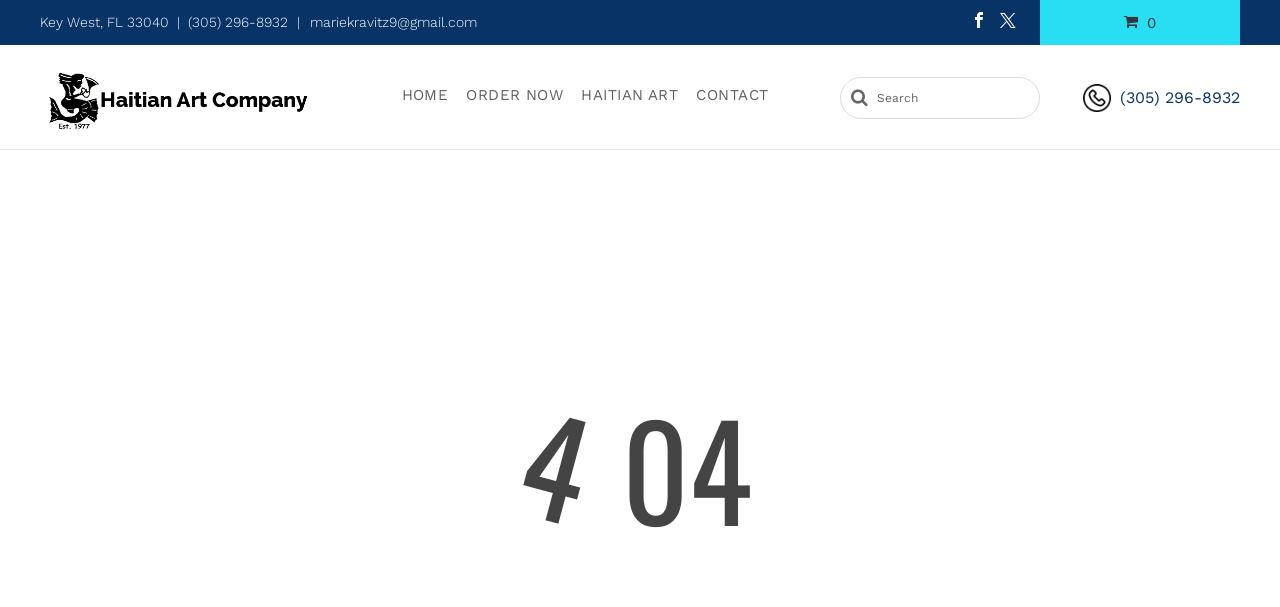 Image resolution: width=1280 pixels, height=607 pixels. I want to click on 'Haitian Art', so click(628, 94).